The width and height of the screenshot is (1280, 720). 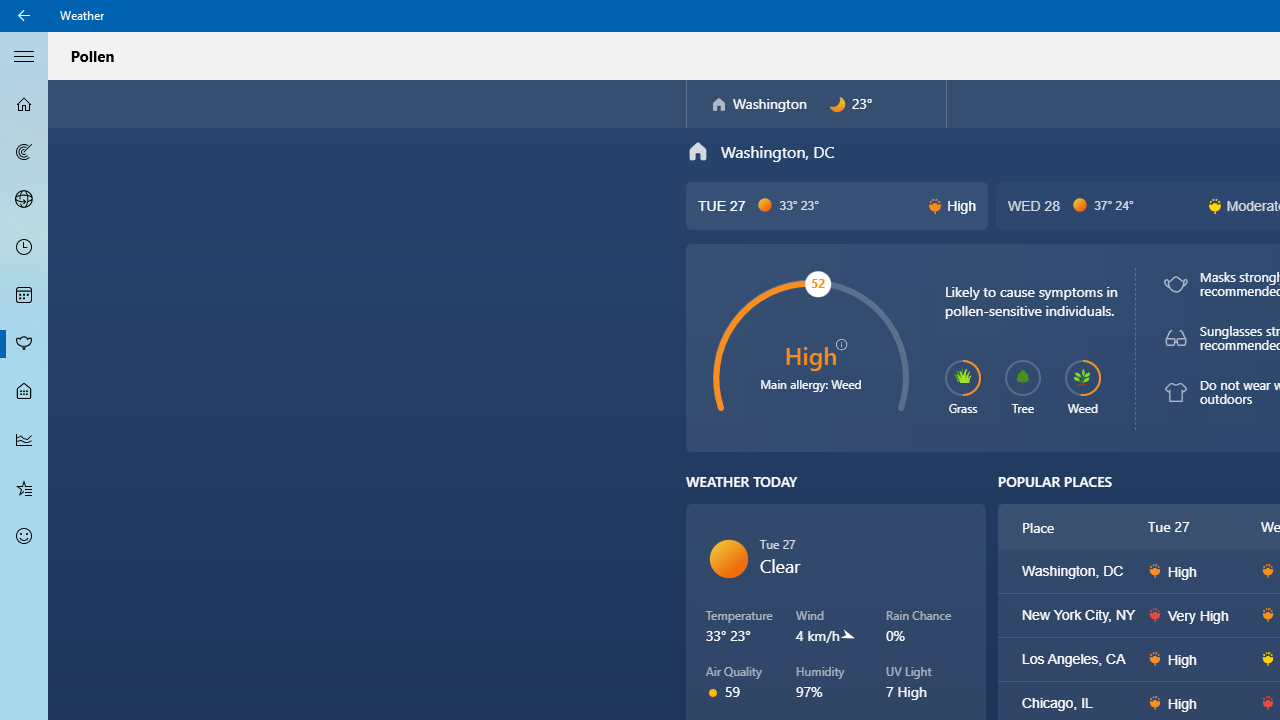 I want to click on 'Monthly Forecast - Not Selected', so click(x=24, y=295).